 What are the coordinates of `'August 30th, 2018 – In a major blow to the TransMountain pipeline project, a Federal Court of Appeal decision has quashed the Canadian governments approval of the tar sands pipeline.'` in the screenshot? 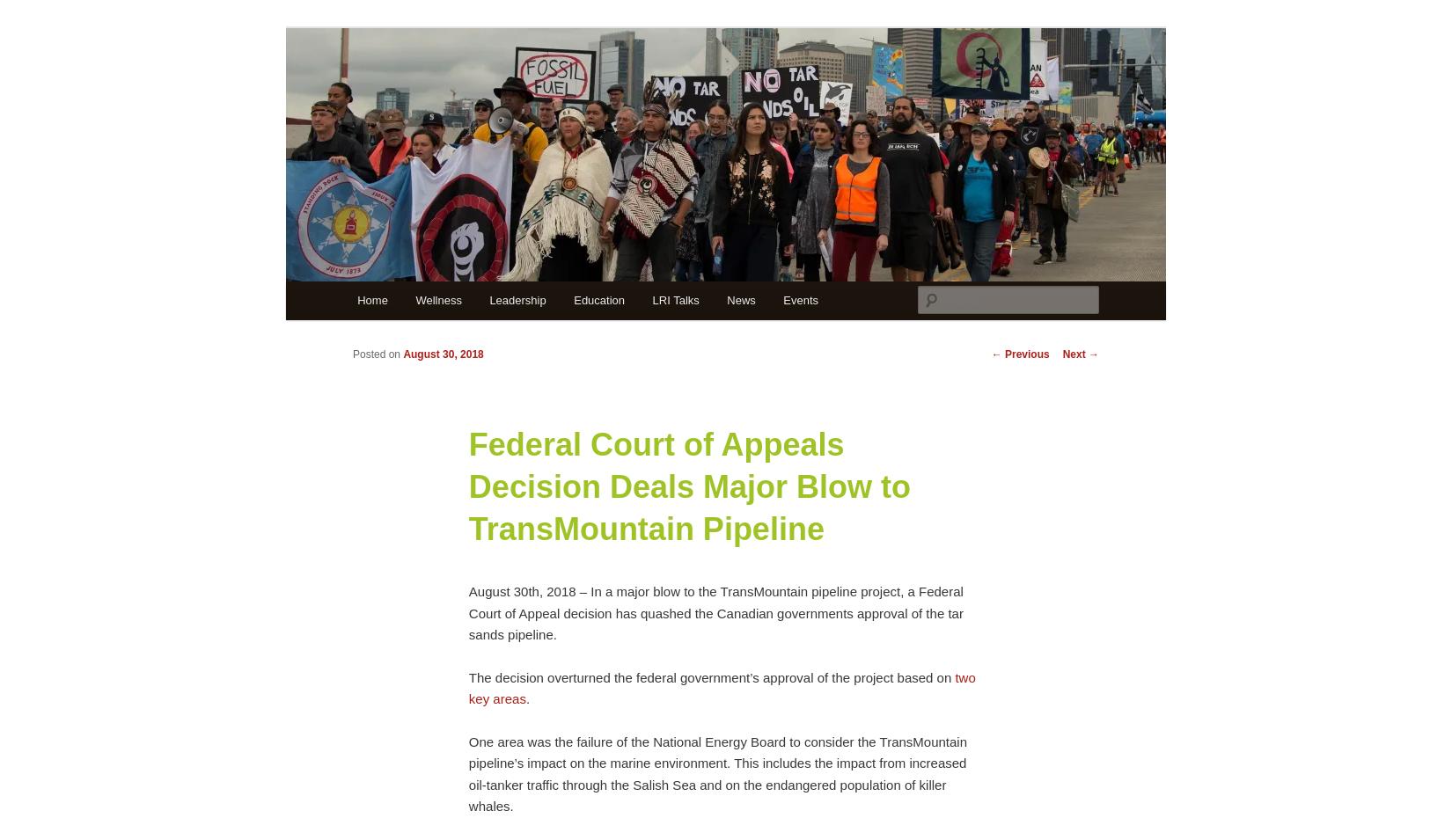 It's located at (466, 611).